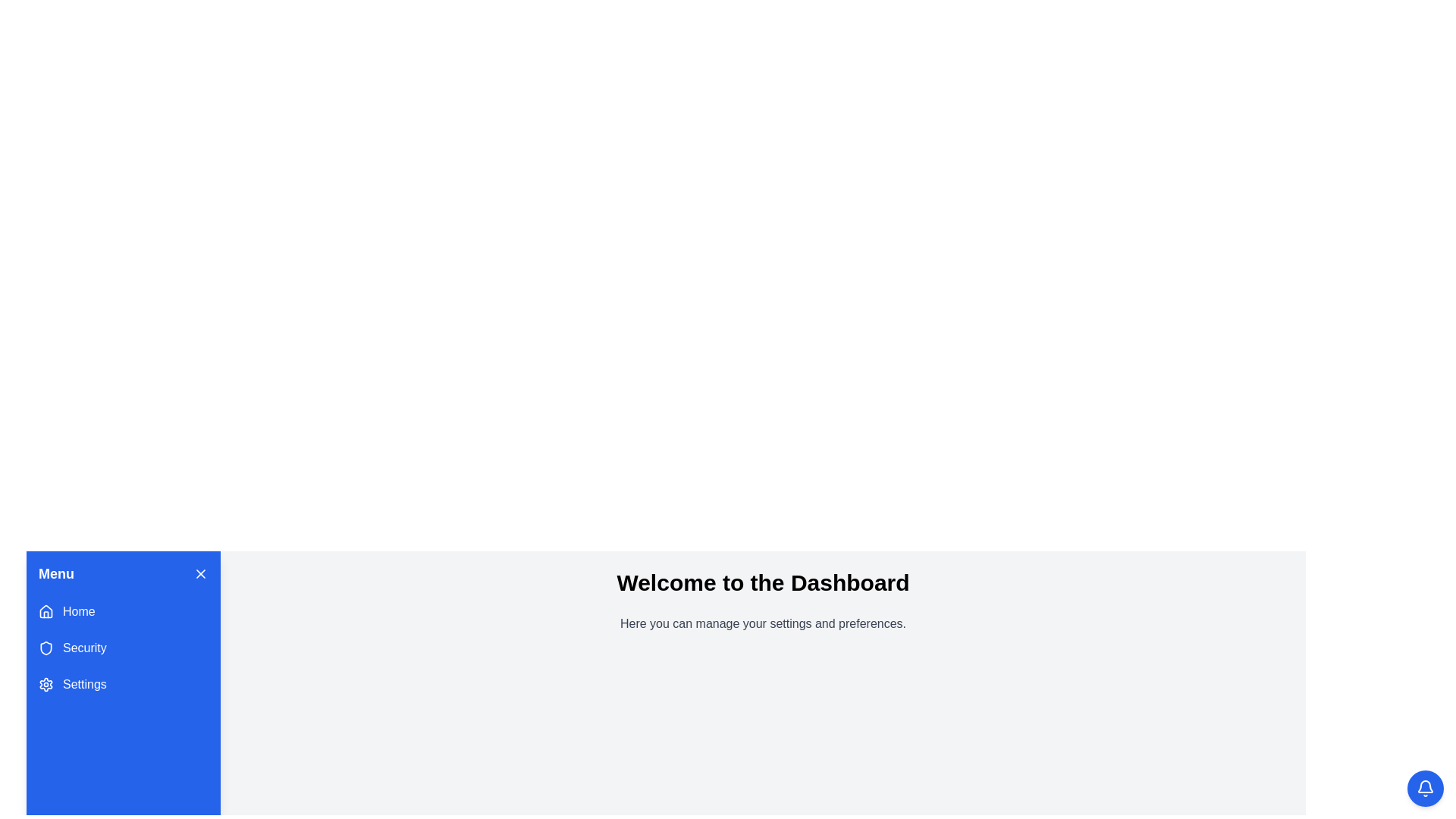  I want to click on the blue circular button with a white bell icon in its center, so click(1425, 788).